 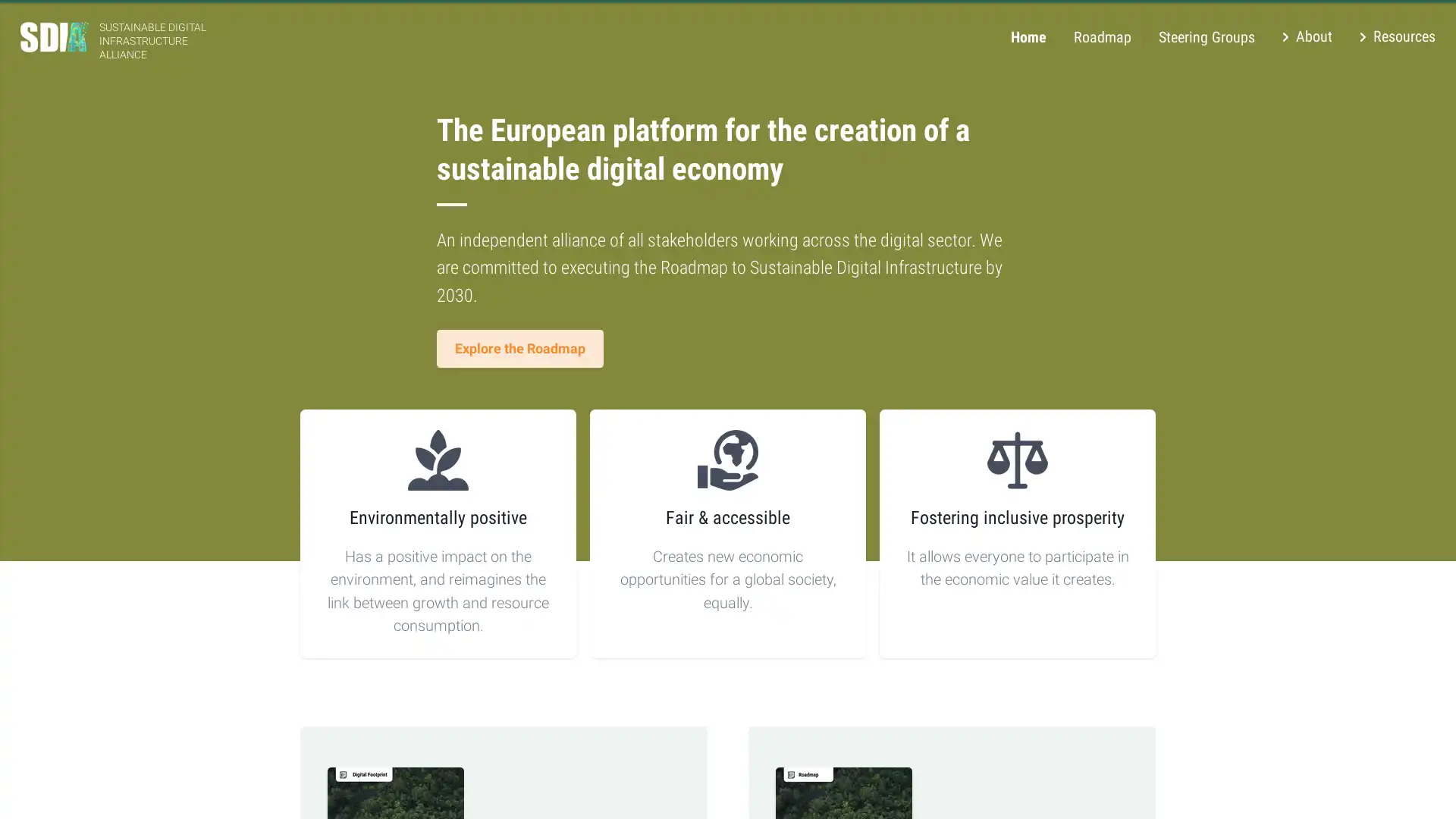 What do you see at coordinates (1003, 107) in the screenshot?
I see `Decline` at bounding box center [1003, 107].